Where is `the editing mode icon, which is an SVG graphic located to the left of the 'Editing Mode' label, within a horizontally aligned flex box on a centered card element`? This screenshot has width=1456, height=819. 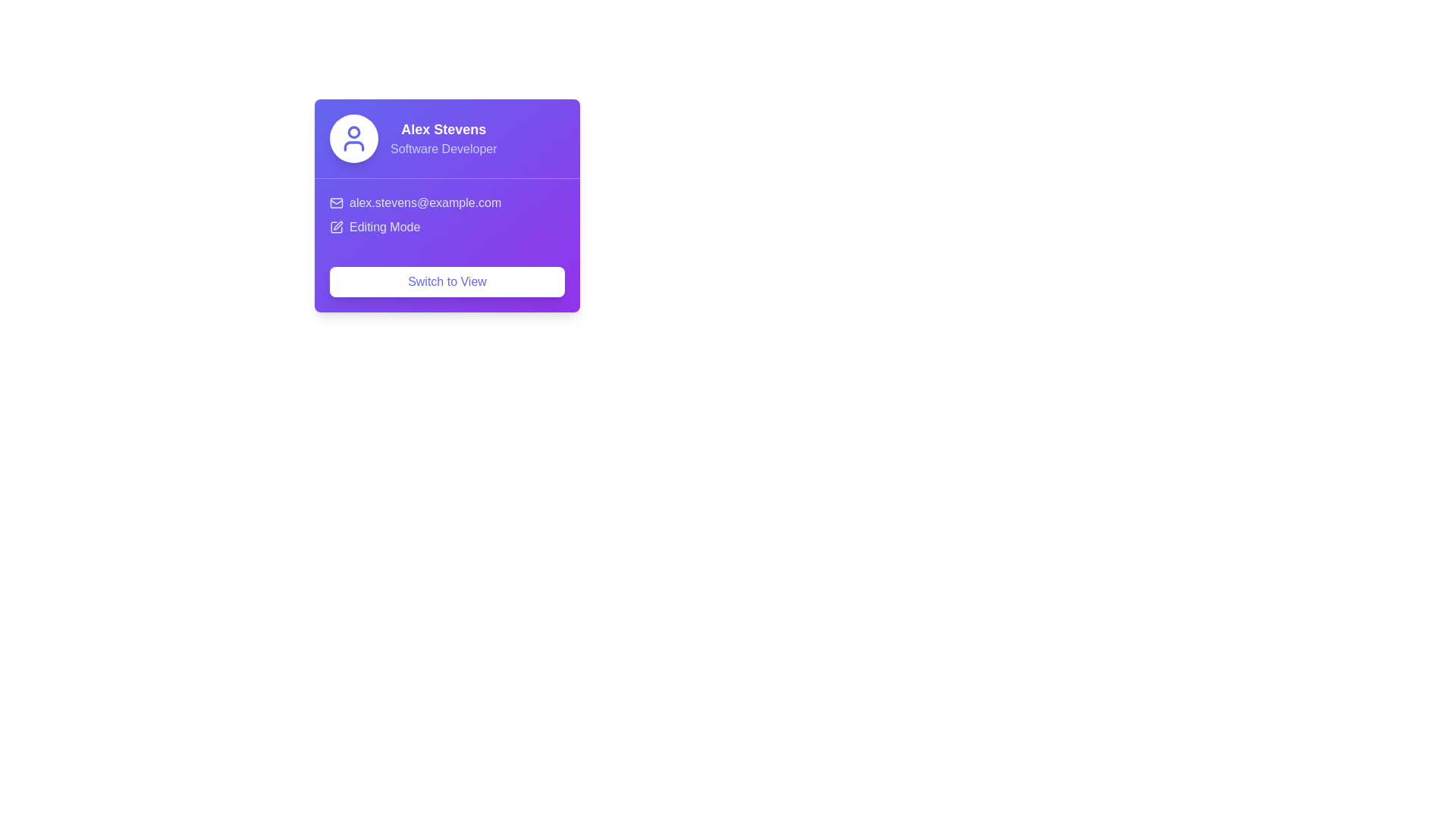 the editing mode icon, which is an SVG graphic located to the left of the 'Editing Mode' label, within a horizontally aligned flex box on a centered card element is located at coordinates (336, 227).